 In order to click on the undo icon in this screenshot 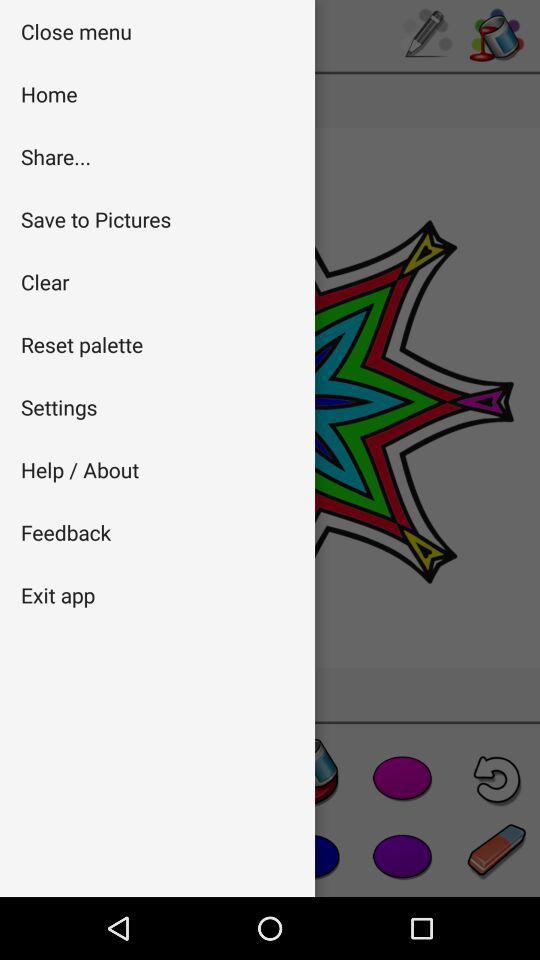, I will do `click(496, 779)`.